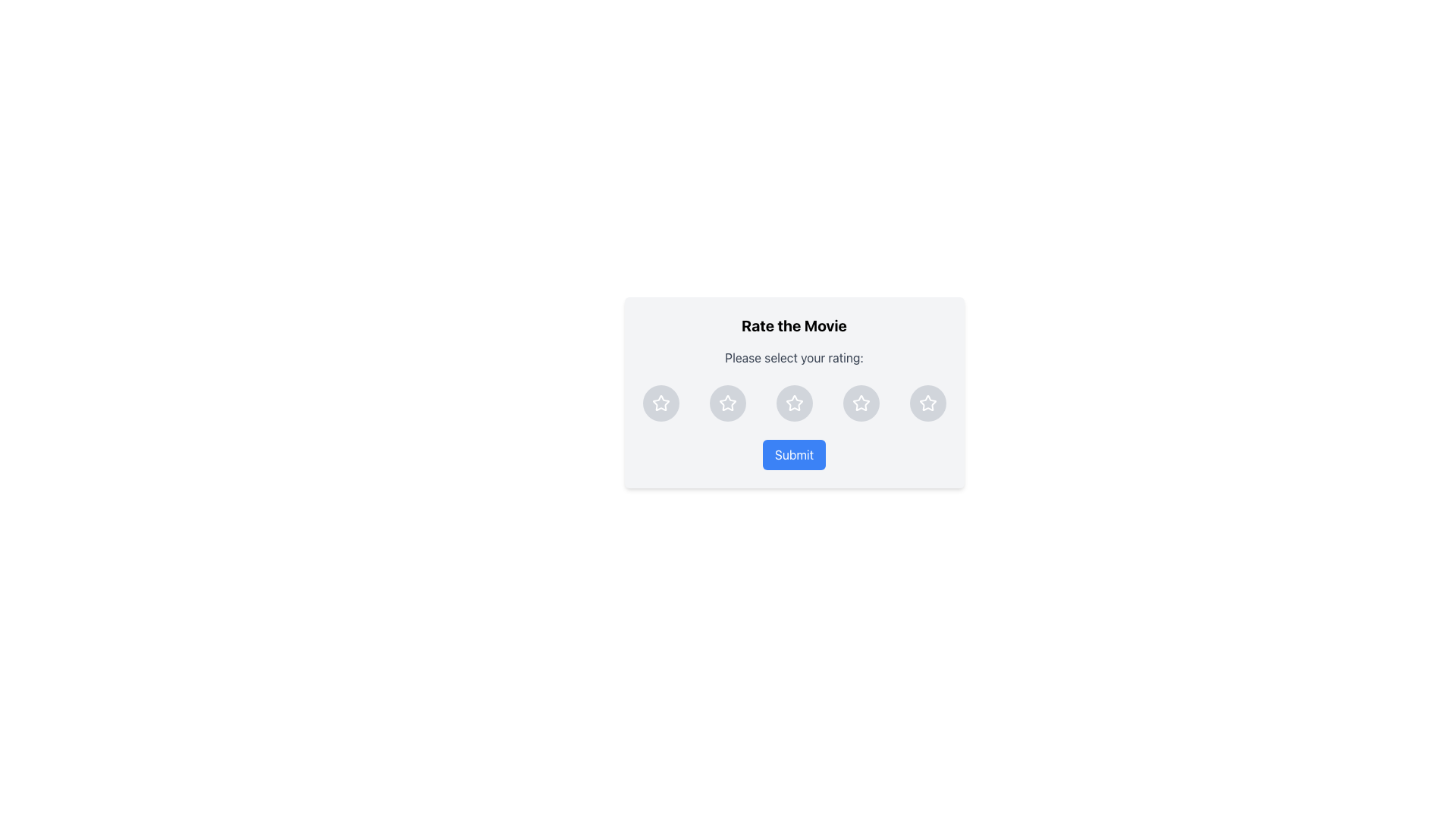 This screenshot has width=1456, height=819. Describe the element at coordinates (661, 402) in the screenshot. I see `the leftmost star icon in the horizontal row of five star-shaped icons` at that location.